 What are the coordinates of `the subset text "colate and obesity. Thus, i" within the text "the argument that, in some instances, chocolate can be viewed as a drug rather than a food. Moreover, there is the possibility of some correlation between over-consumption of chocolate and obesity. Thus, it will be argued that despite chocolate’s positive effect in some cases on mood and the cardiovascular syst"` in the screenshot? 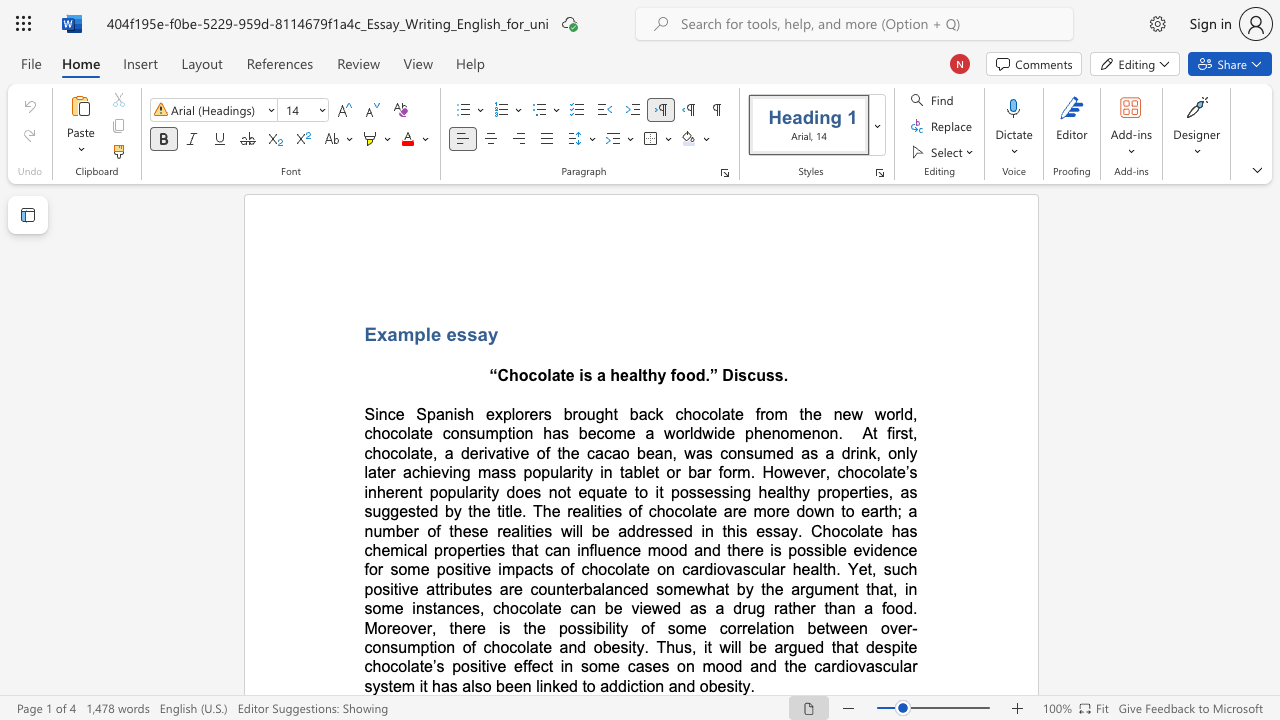 It's located at (509, 647).